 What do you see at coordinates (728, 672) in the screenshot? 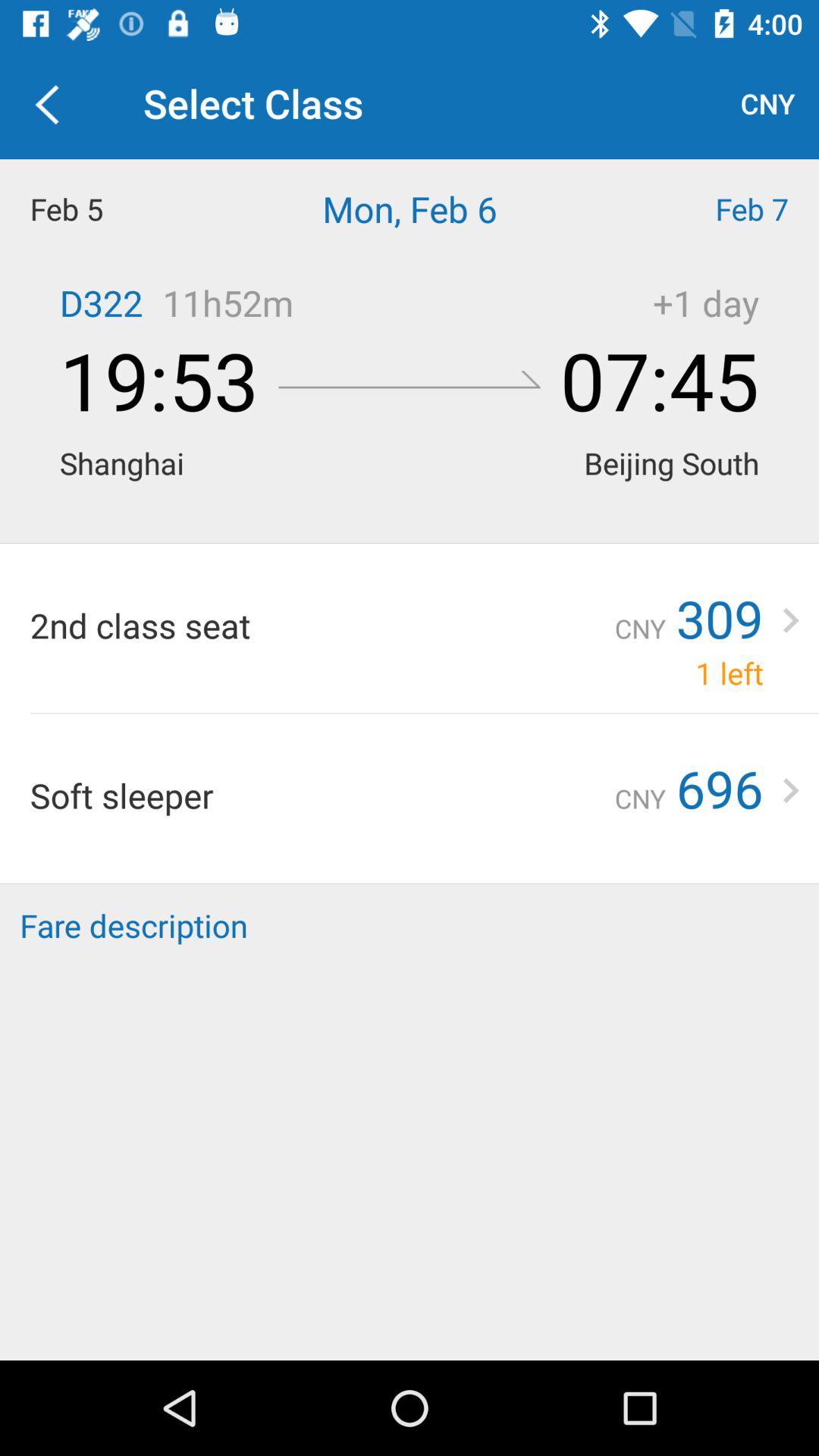
I see `the icon next to the cny item` at bounding box center [728, 672].